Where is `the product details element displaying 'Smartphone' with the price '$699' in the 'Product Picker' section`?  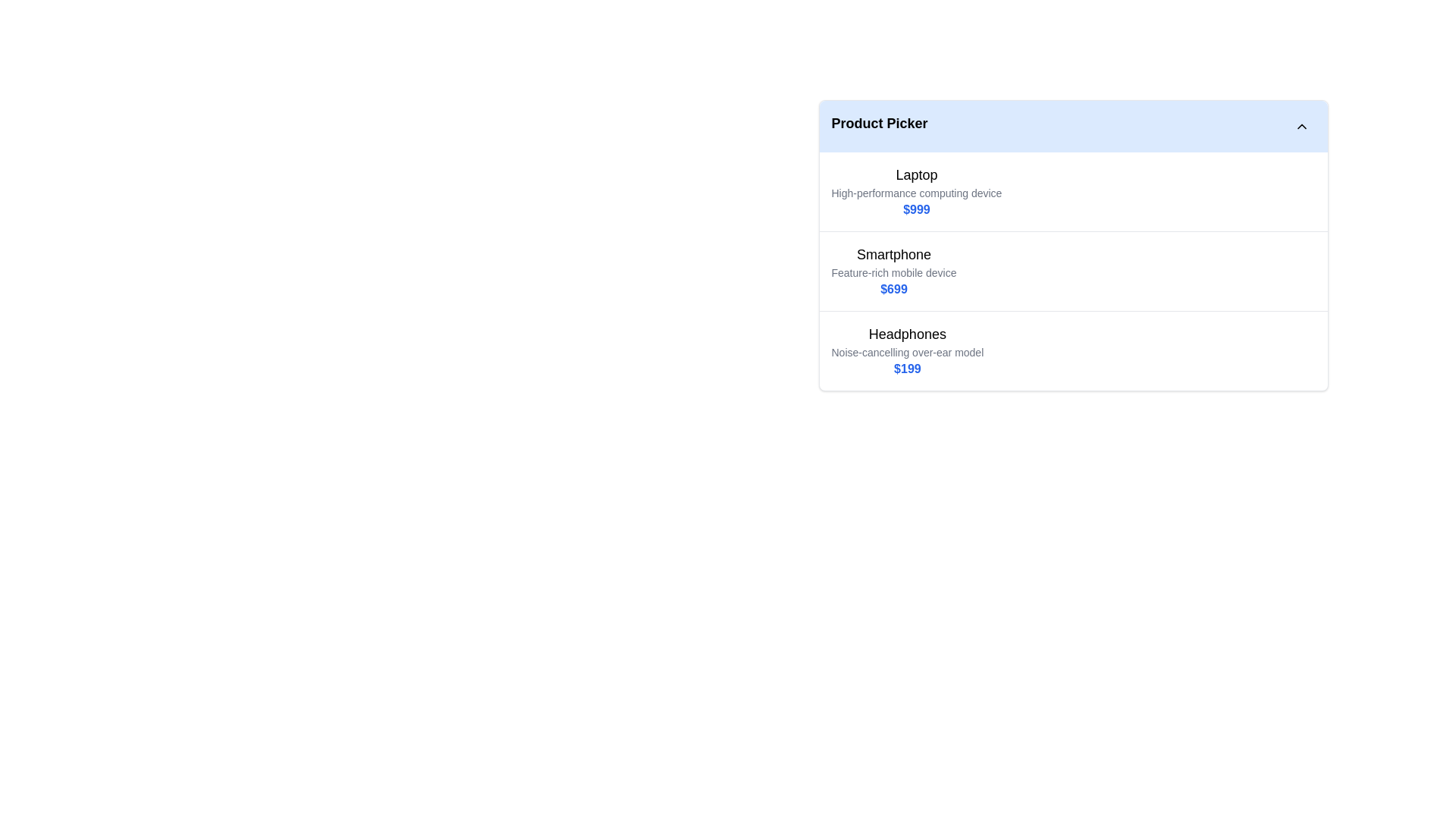 the product details element displaying 'Smartphone' with the price '$699' in the 'Product Picker' section is located at coordinates (894, 271).